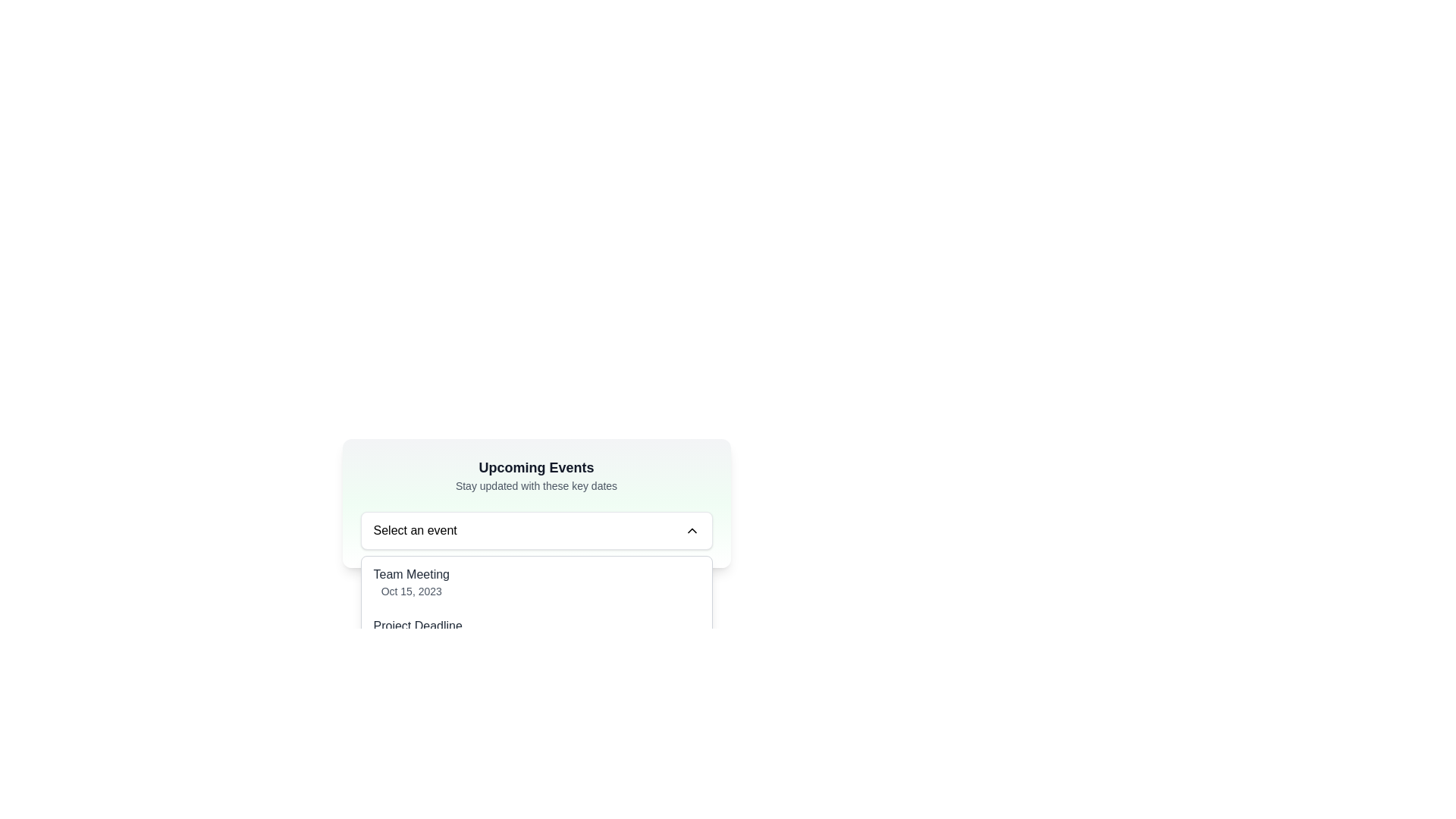 The width and height of the screenshot is (1456, 819). What do you see at coordinates (691, 529) in the screenshot?
I see `the arrow icon, which serves as an interactive toggle button to close the dropdown menu labeled 'Select an event'` at bounding box center [691, 529].